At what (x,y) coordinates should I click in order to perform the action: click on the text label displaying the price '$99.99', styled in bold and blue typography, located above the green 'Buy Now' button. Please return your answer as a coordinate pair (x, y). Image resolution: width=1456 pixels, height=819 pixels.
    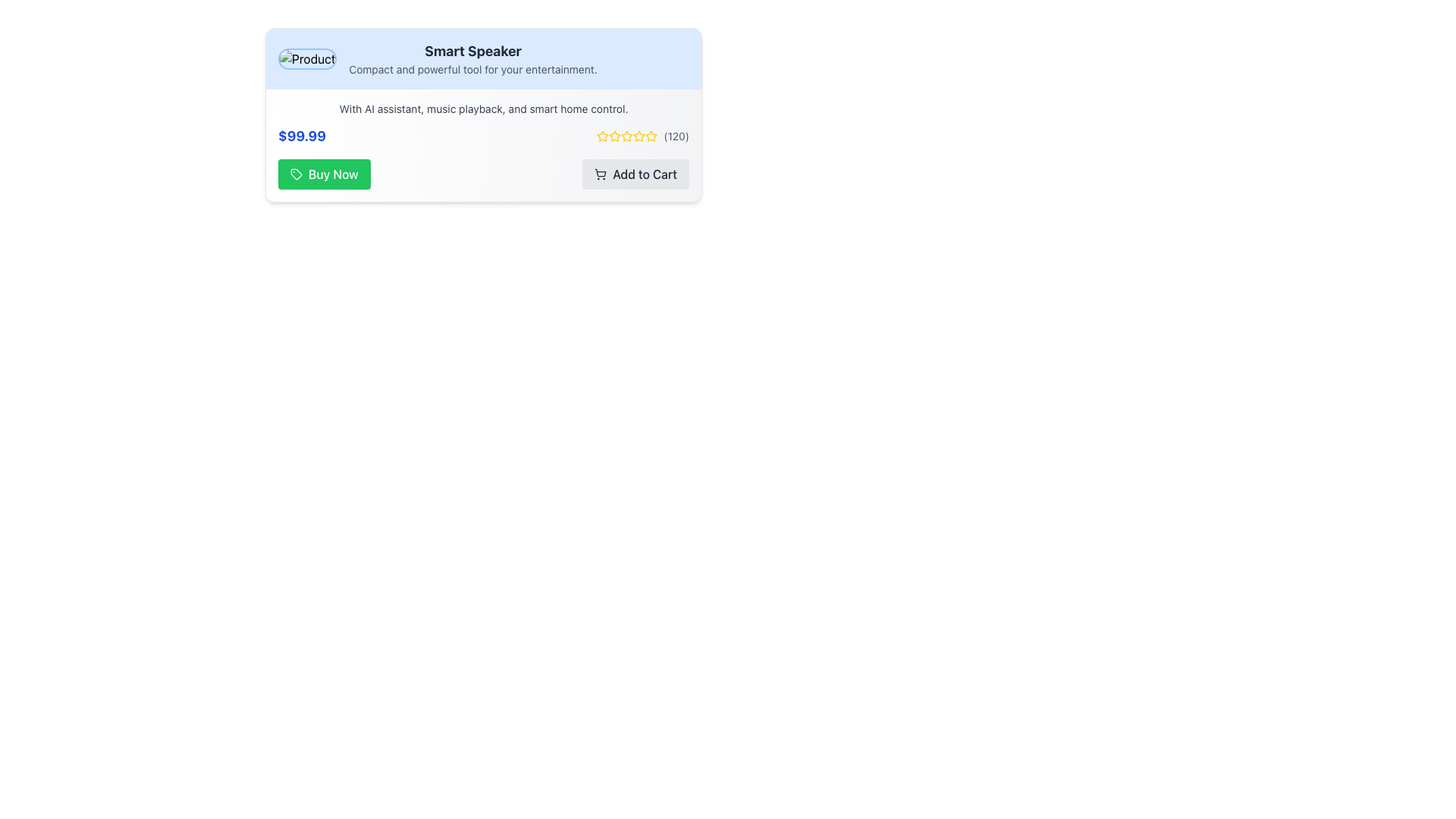
    Looking at the image, I should click on (302, 136).